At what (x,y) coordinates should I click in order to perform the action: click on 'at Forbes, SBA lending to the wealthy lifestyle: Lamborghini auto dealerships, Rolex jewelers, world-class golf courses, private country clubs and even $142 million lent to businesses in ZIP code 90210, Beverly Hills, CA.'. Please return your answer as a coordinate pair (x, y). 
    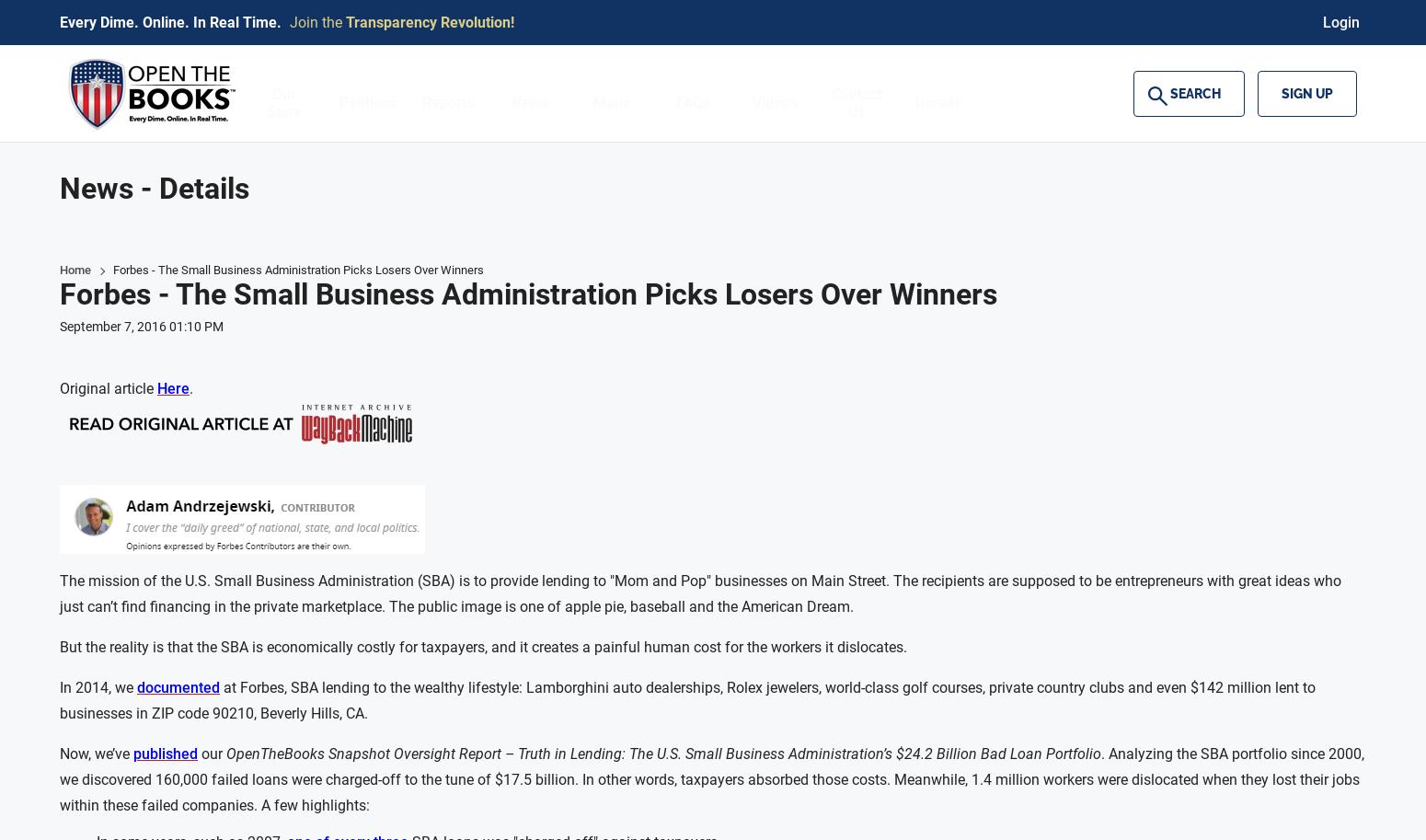
    Looking at the image, I should click on (687, 700).